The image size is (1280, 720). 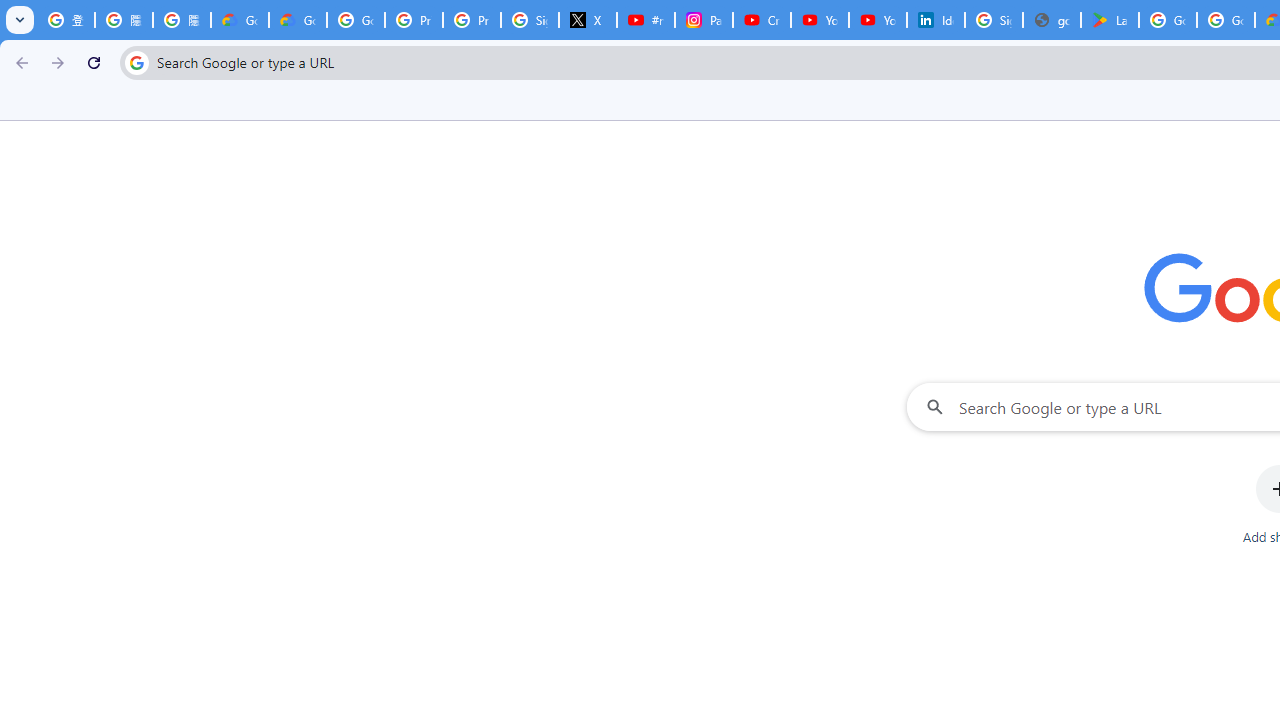 What do you see at coordinates (645, 20) in the screenshot?
I see `'#nbabasketballhighlights - YouTube'` at bounding box center [645, 20].